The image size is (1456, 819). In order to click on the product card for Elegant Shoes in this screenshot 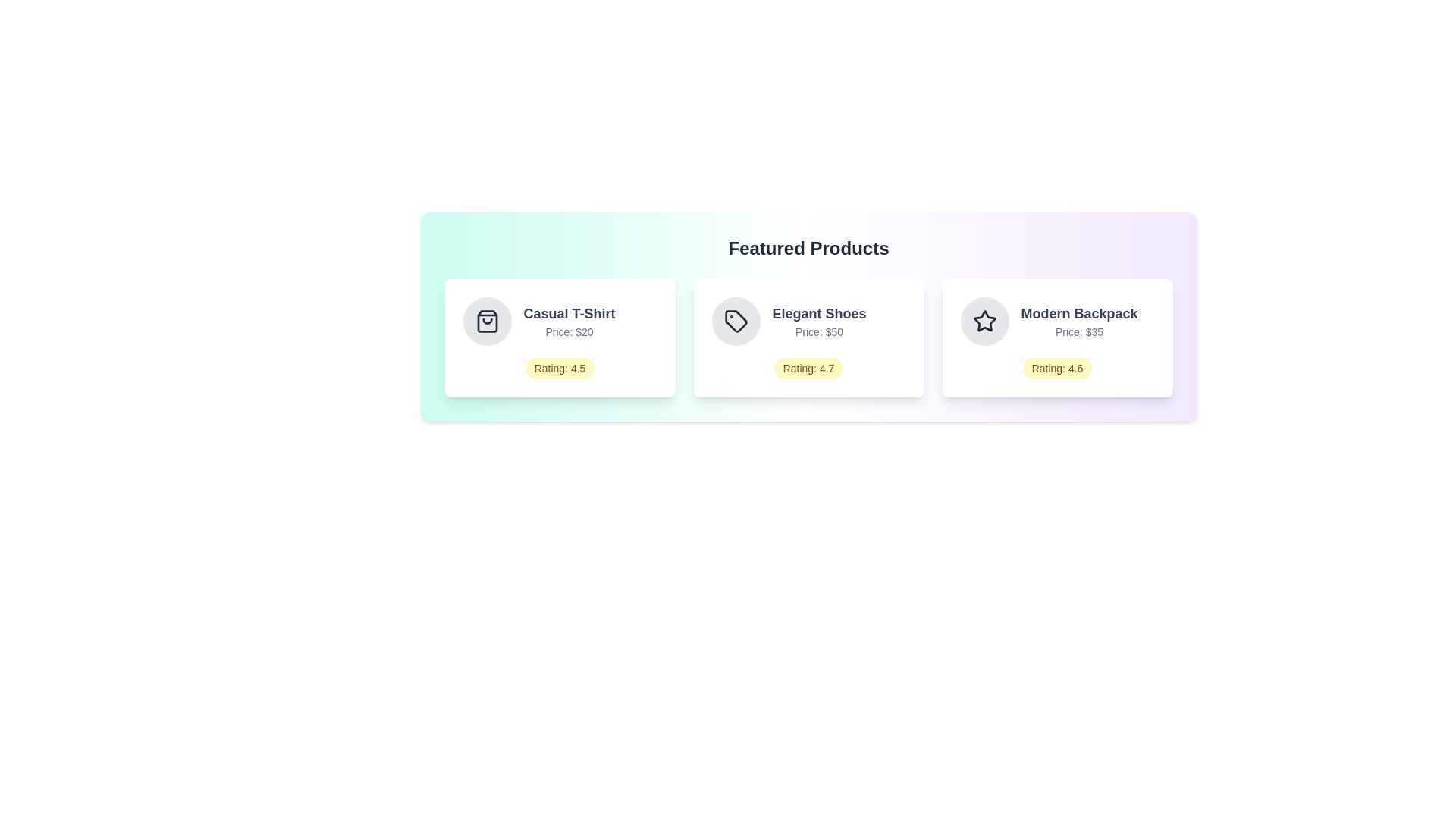, I will do `click(808, 337)`.